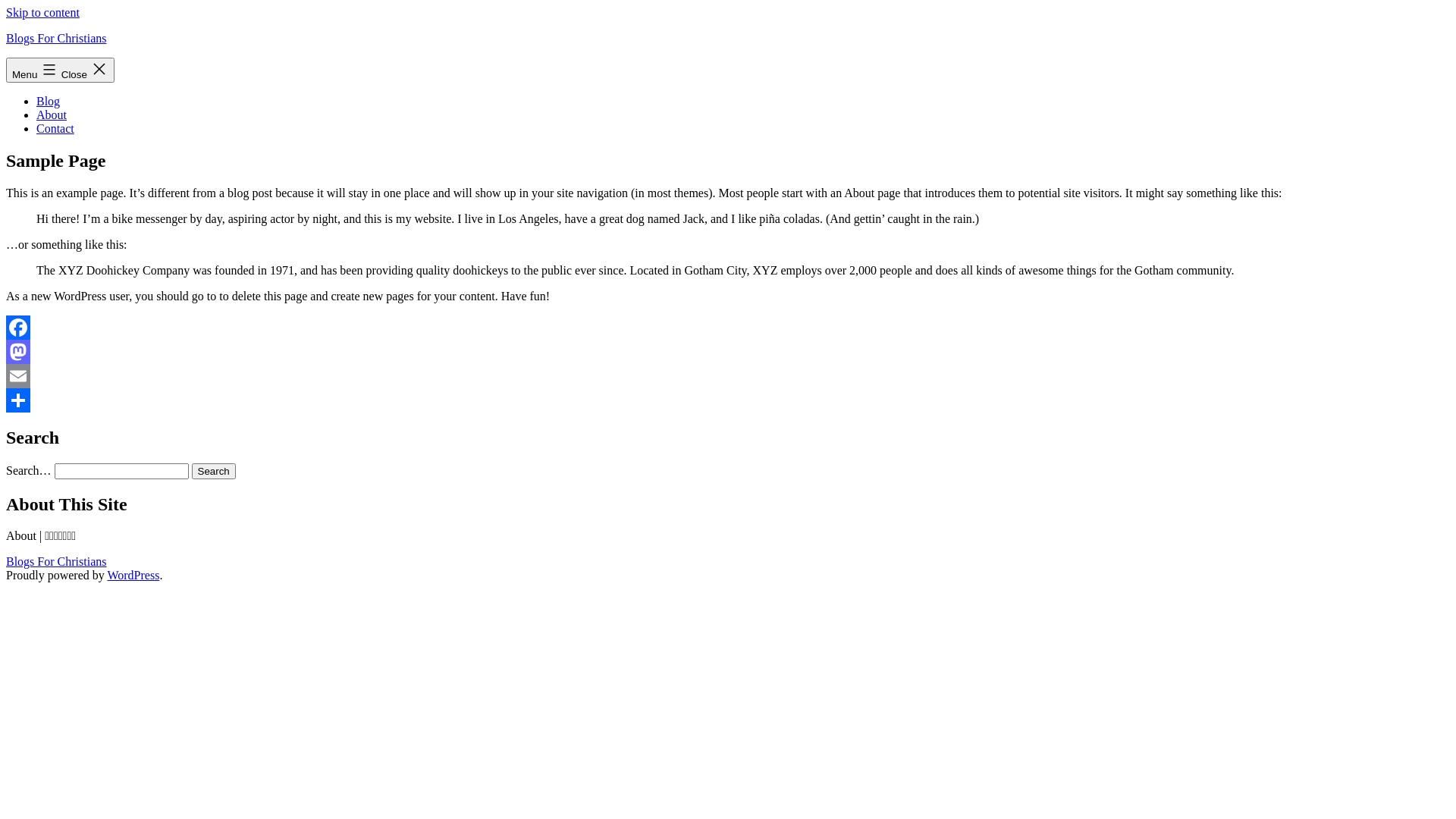 The image size is (1456, 819). Describe the element at coordinates (48, 101) in the screenshot. I see `'Blog'` at that location.